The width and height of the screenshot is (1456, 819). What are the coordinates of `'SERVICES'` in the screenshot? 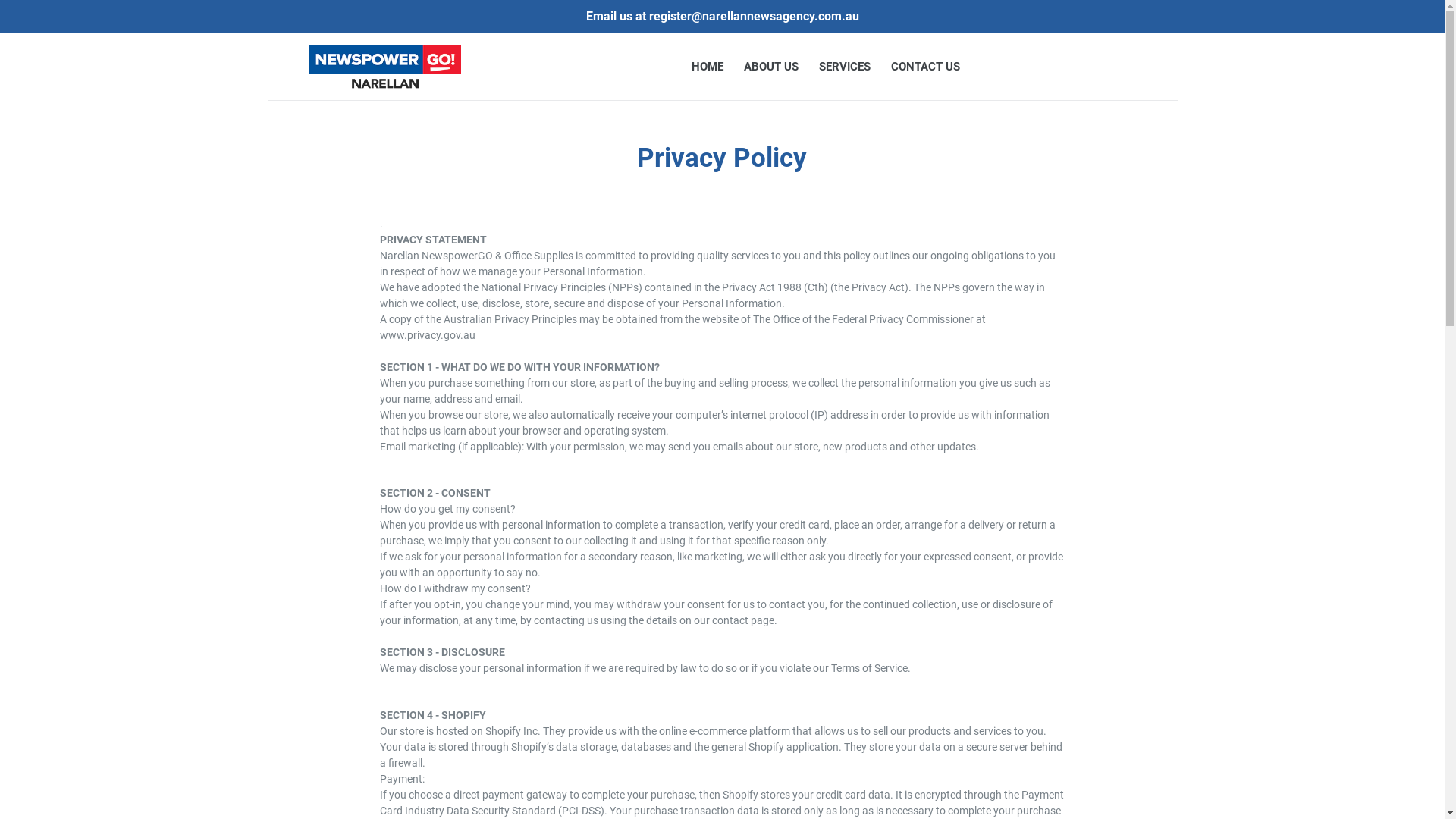 It's located at (843, 66).